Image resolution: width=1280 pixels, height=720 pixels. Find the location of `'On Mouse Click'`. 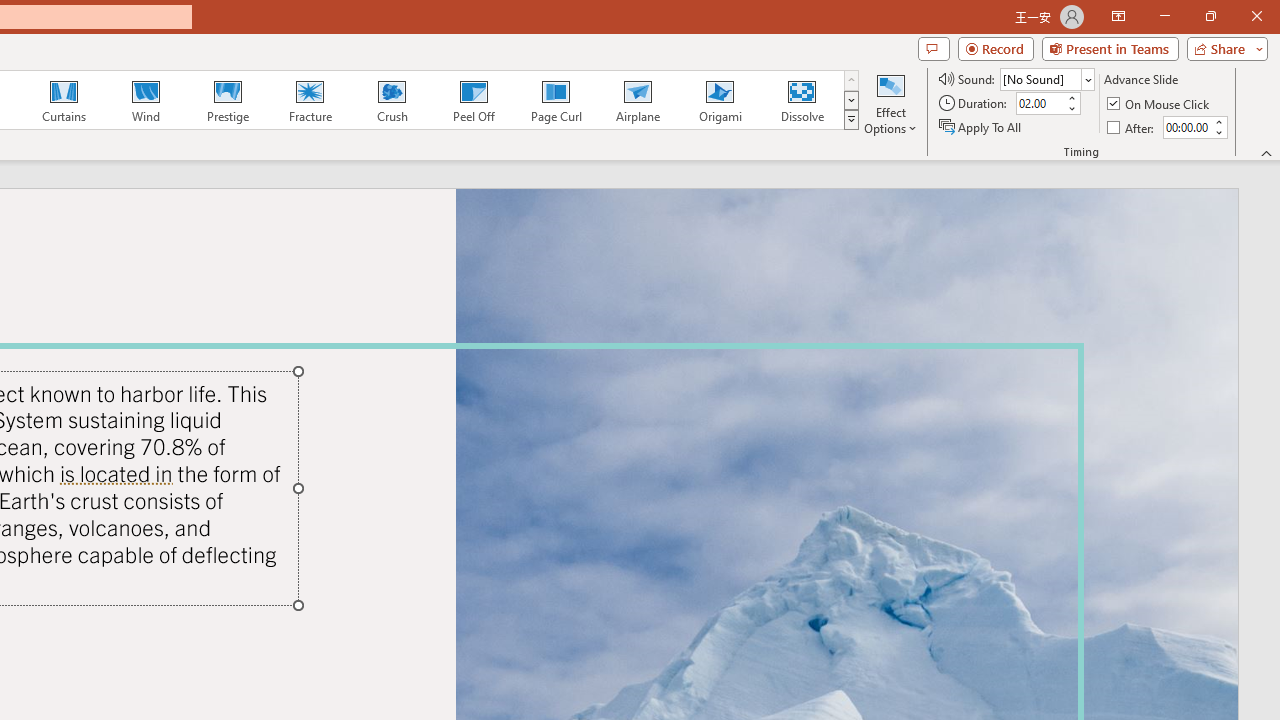

'On Mouse Click' is located at coordinates (1159, 103).